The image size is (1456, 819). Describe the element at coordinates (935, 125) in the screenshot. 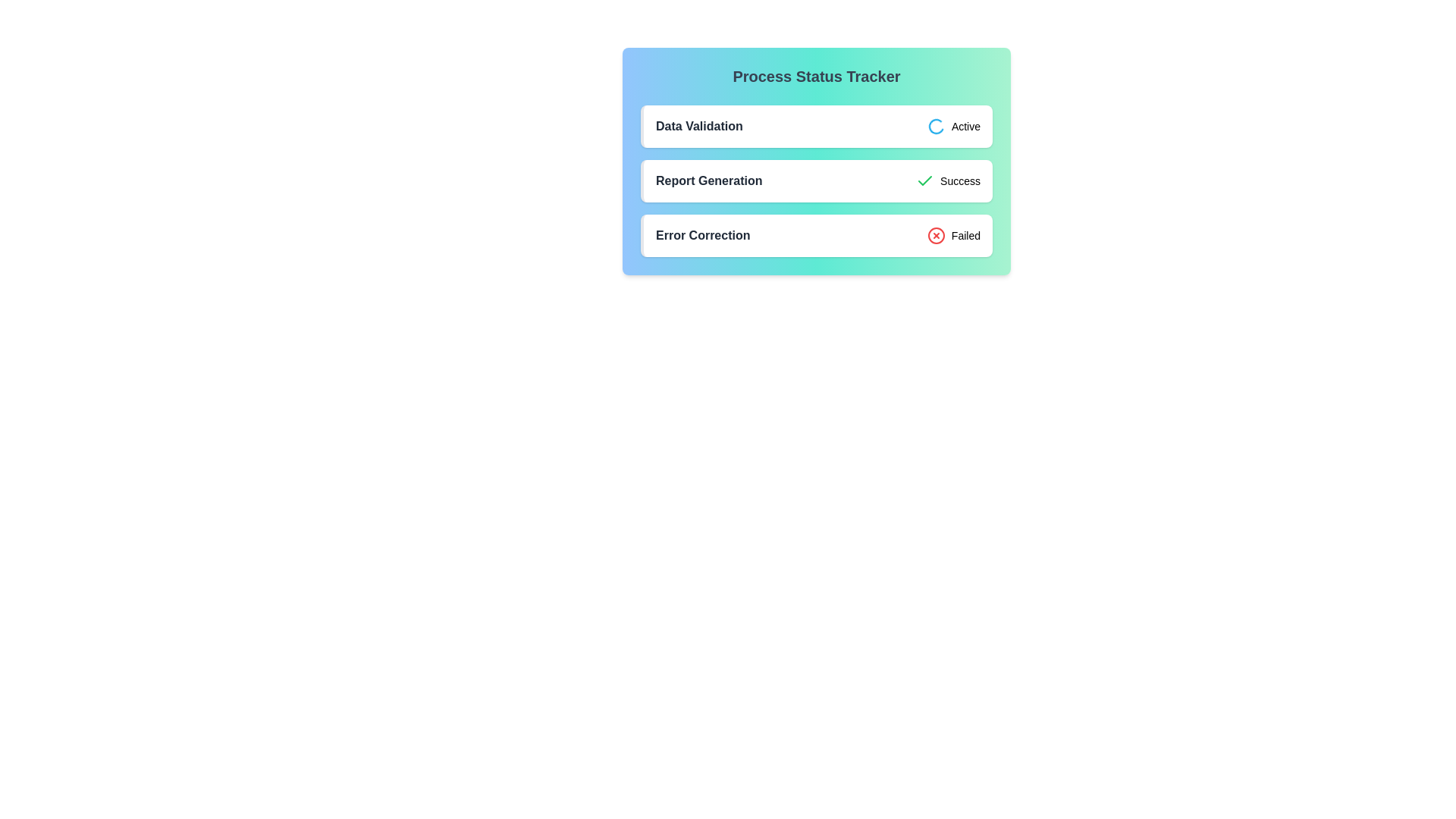

I see `the animation of the spinner icon that indicates the ongoing activity related to the 'Active' status of the 'Data Validation' task, located to the left of the 'Active' status text in the process tracker component` at that location.